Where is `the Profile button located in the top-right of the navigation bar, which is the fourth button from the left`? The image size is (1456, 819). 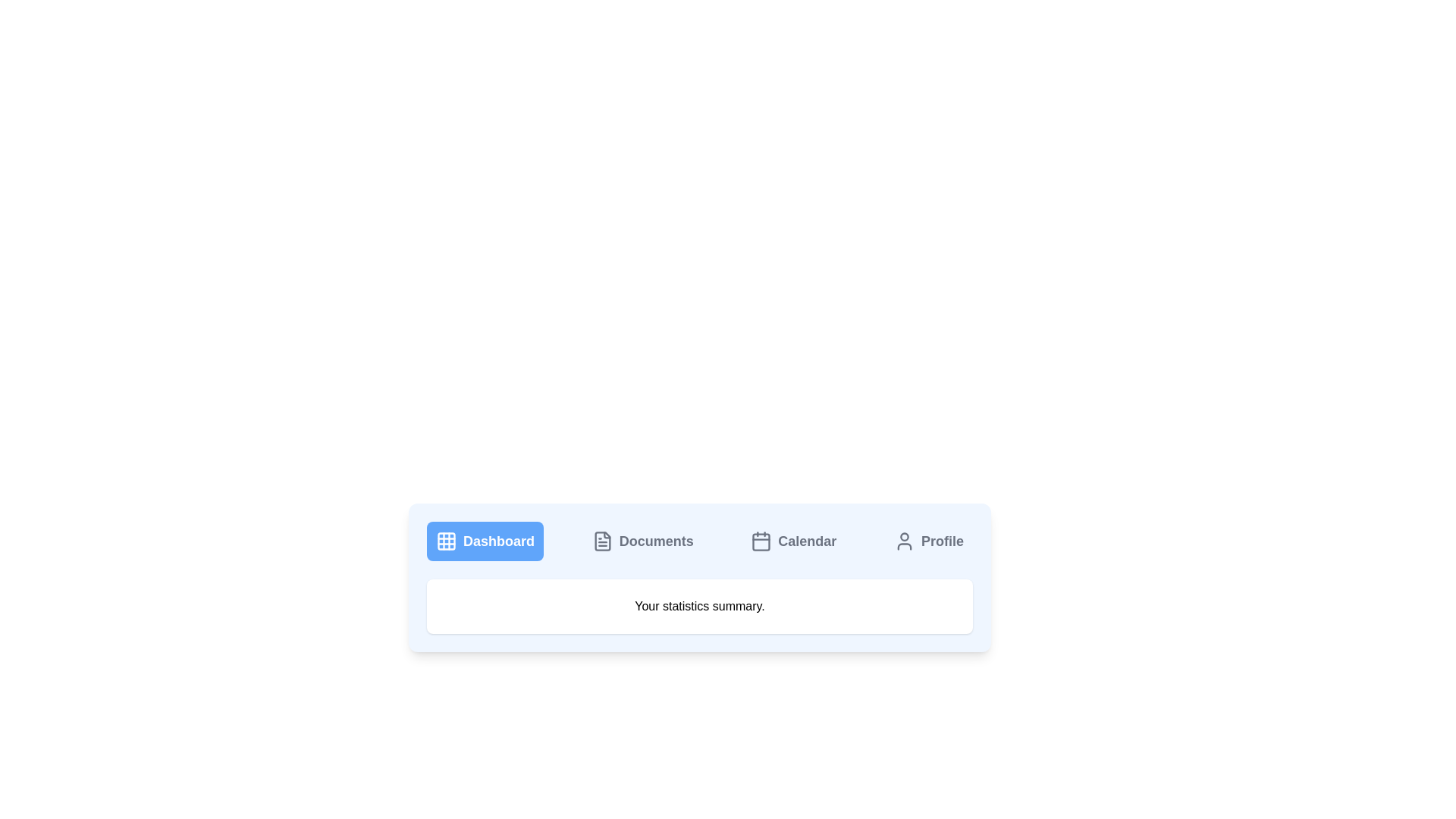 the Profile button located in the top-right of the navigation bar, which is the fourth button from the left is located at coordinates (927, 540).